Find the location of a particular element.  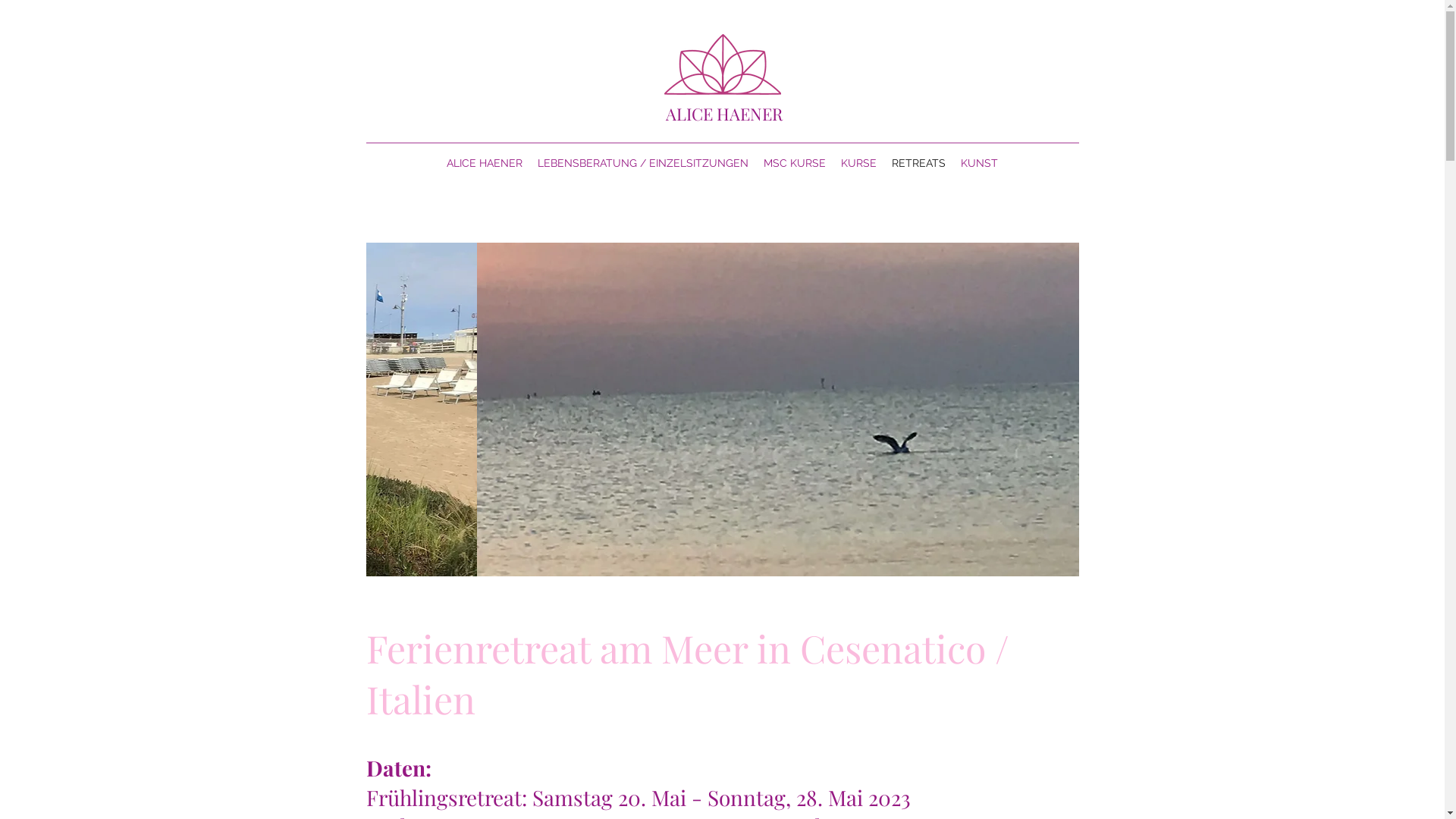

'RETREATS' is located at coordinates (918, 163).